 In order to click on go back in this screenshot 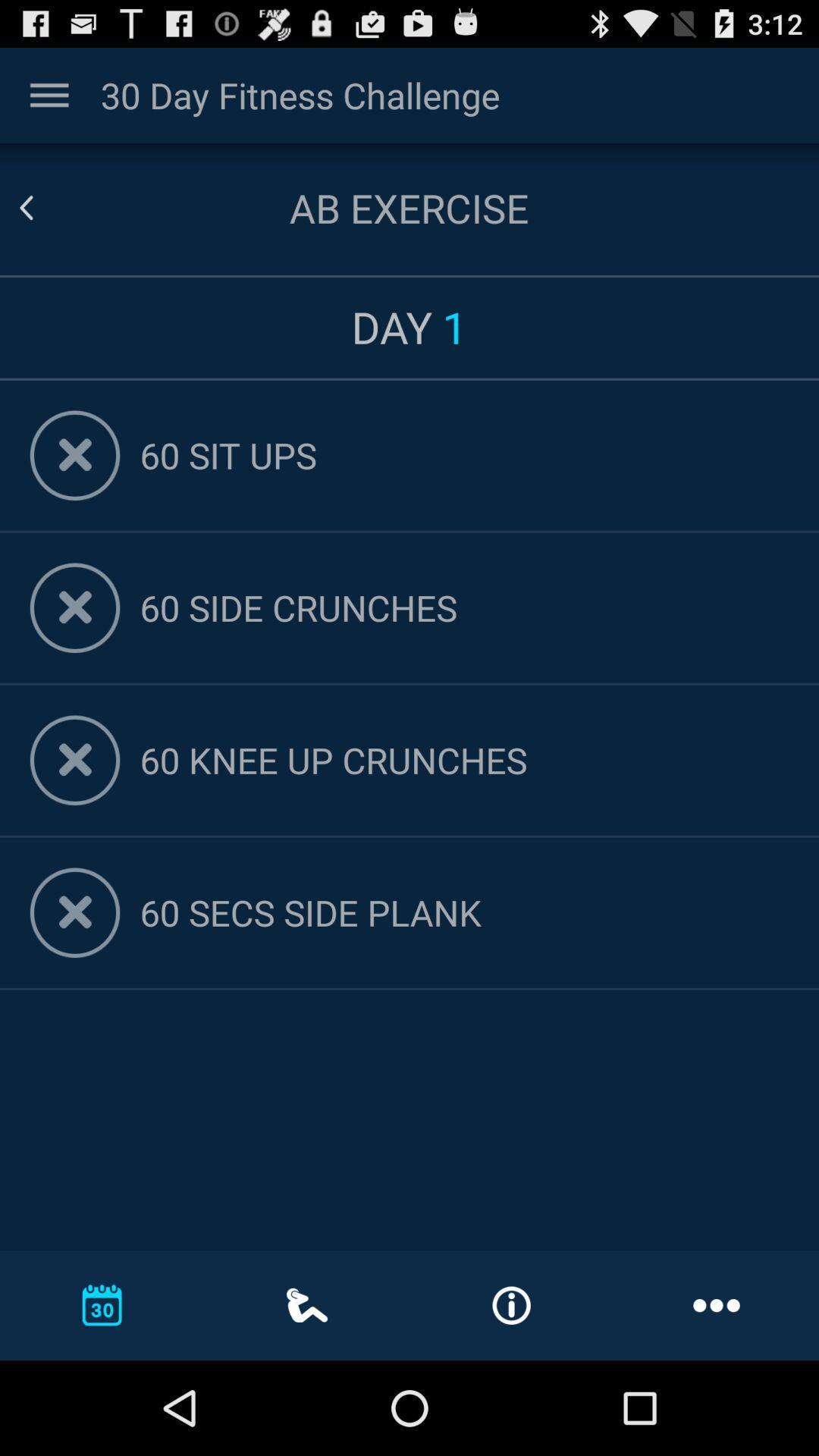, I will do `click(44, 207)`.